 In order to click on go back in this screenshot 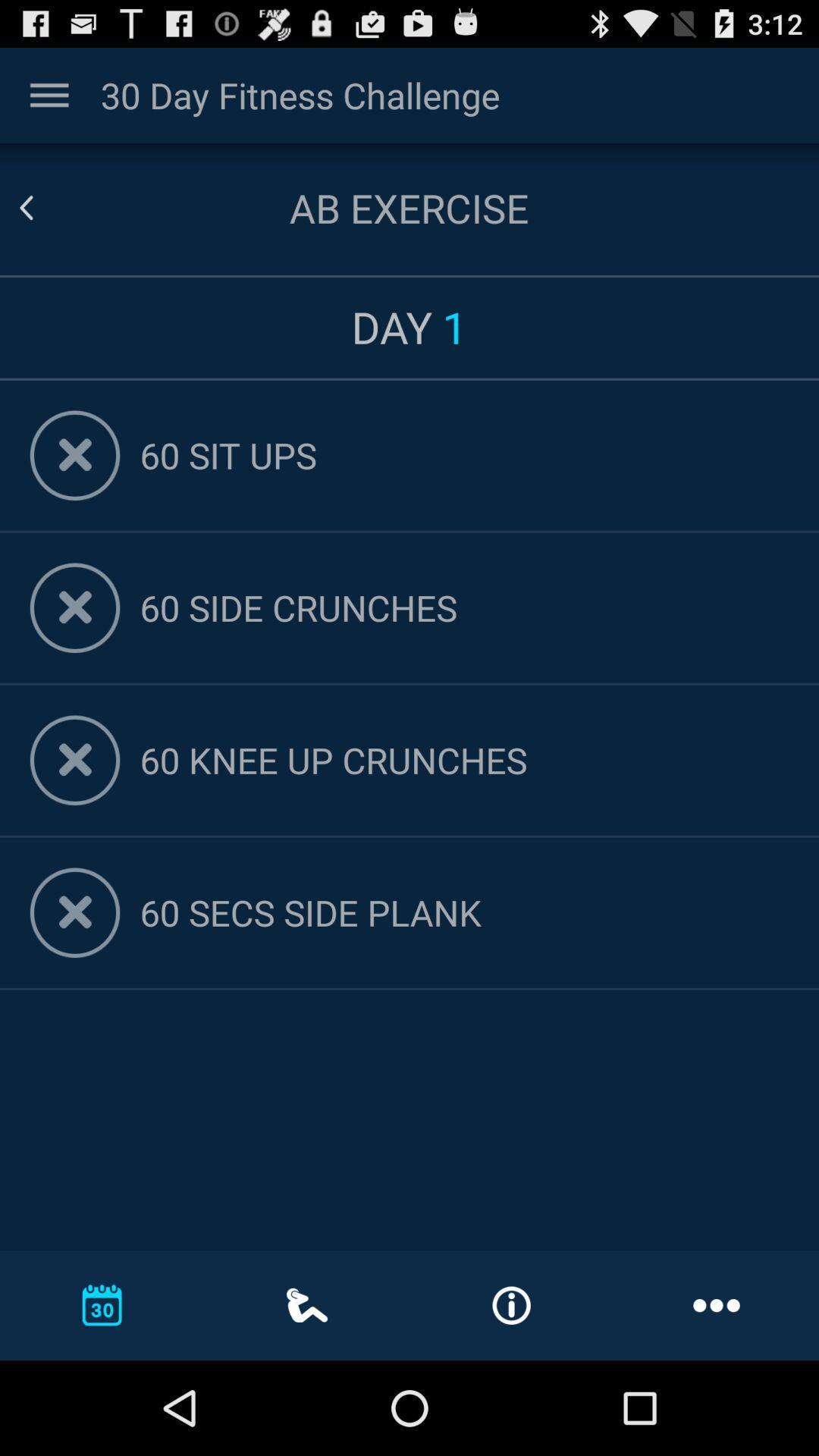, I will do `click(44, 207)`.